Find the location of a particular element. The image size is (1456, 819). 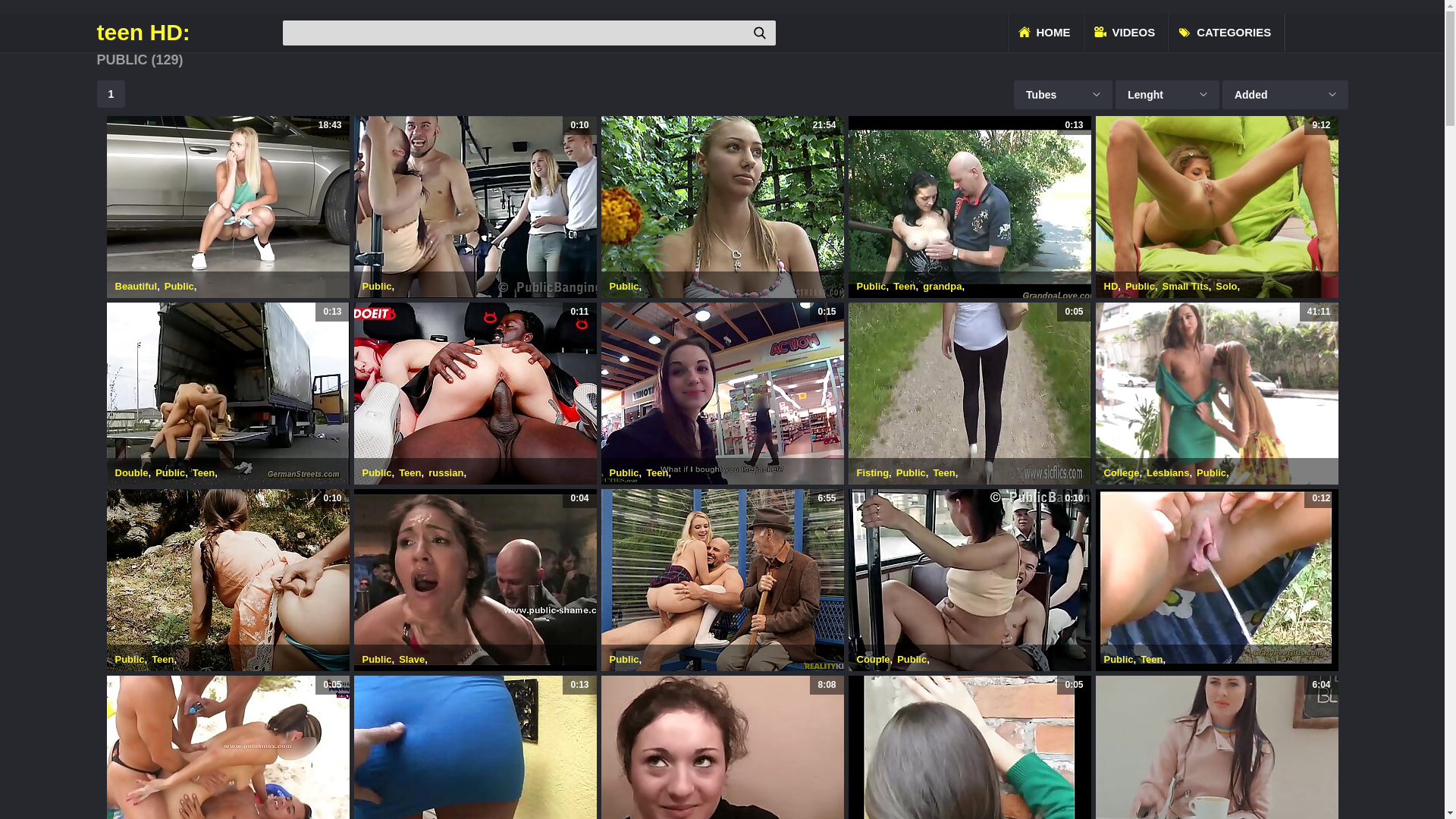

'1' is located at coordinates (111, 93).